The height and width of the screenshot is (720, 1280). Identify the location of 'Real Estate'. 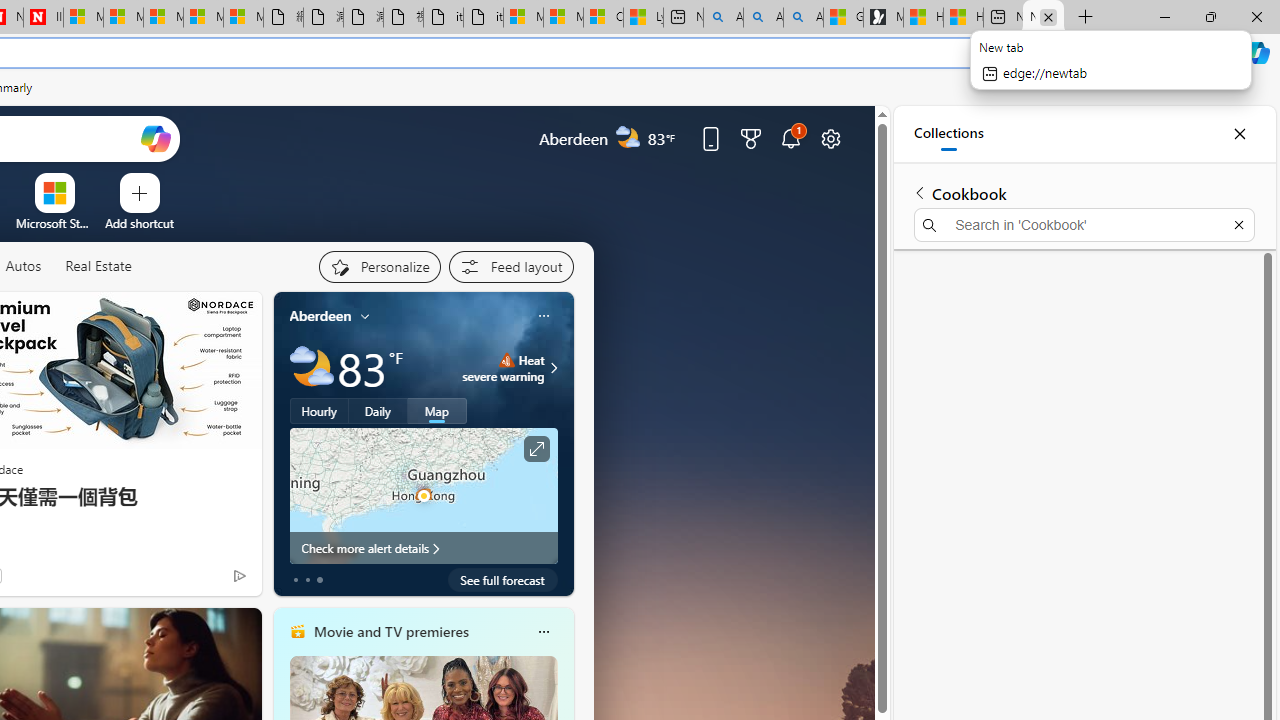
(97, 265).